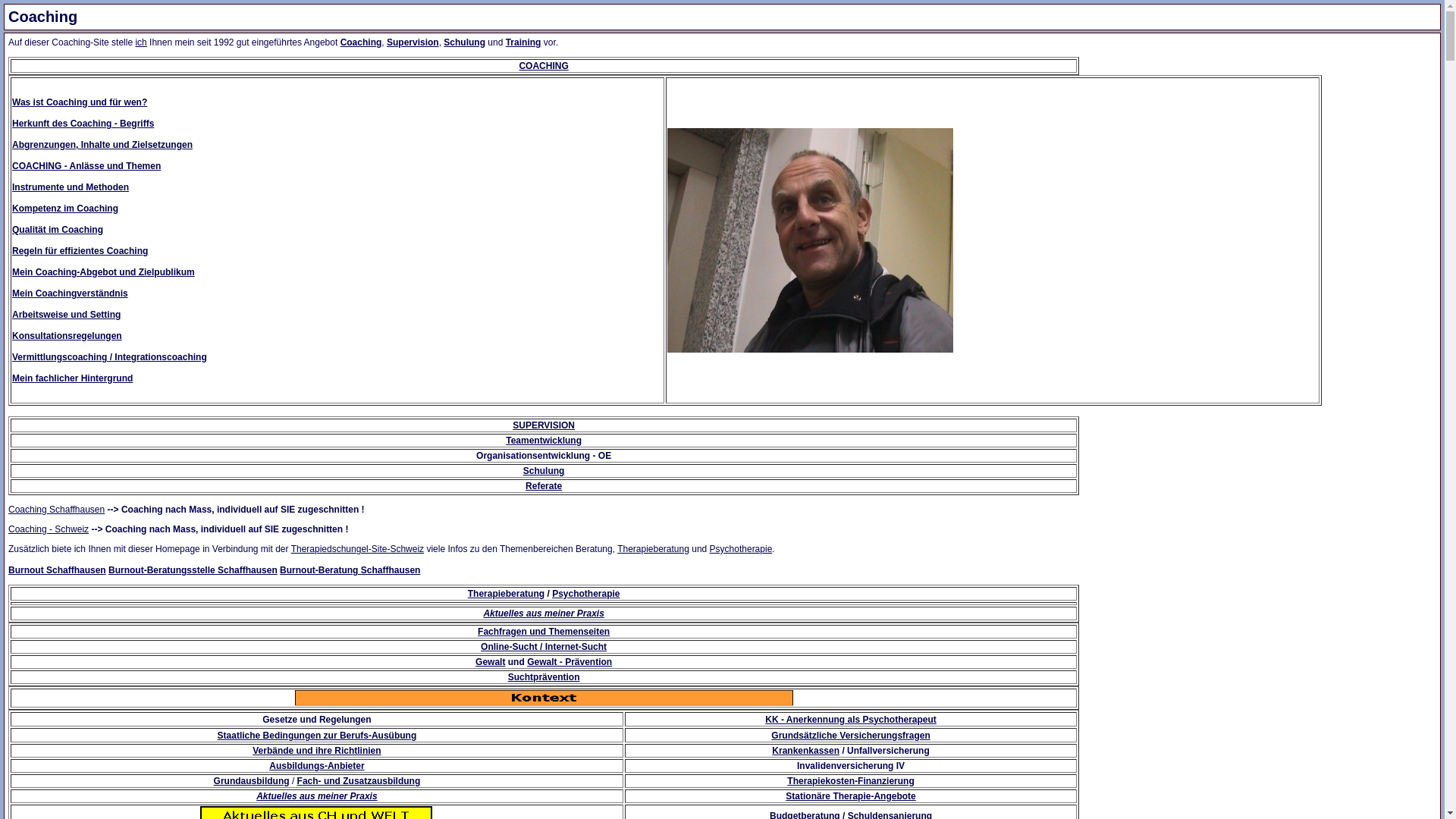  What do you see at coordinates (543, 485) in the screenshot?
I see `'Referate'` at bounding box center [543, 485].